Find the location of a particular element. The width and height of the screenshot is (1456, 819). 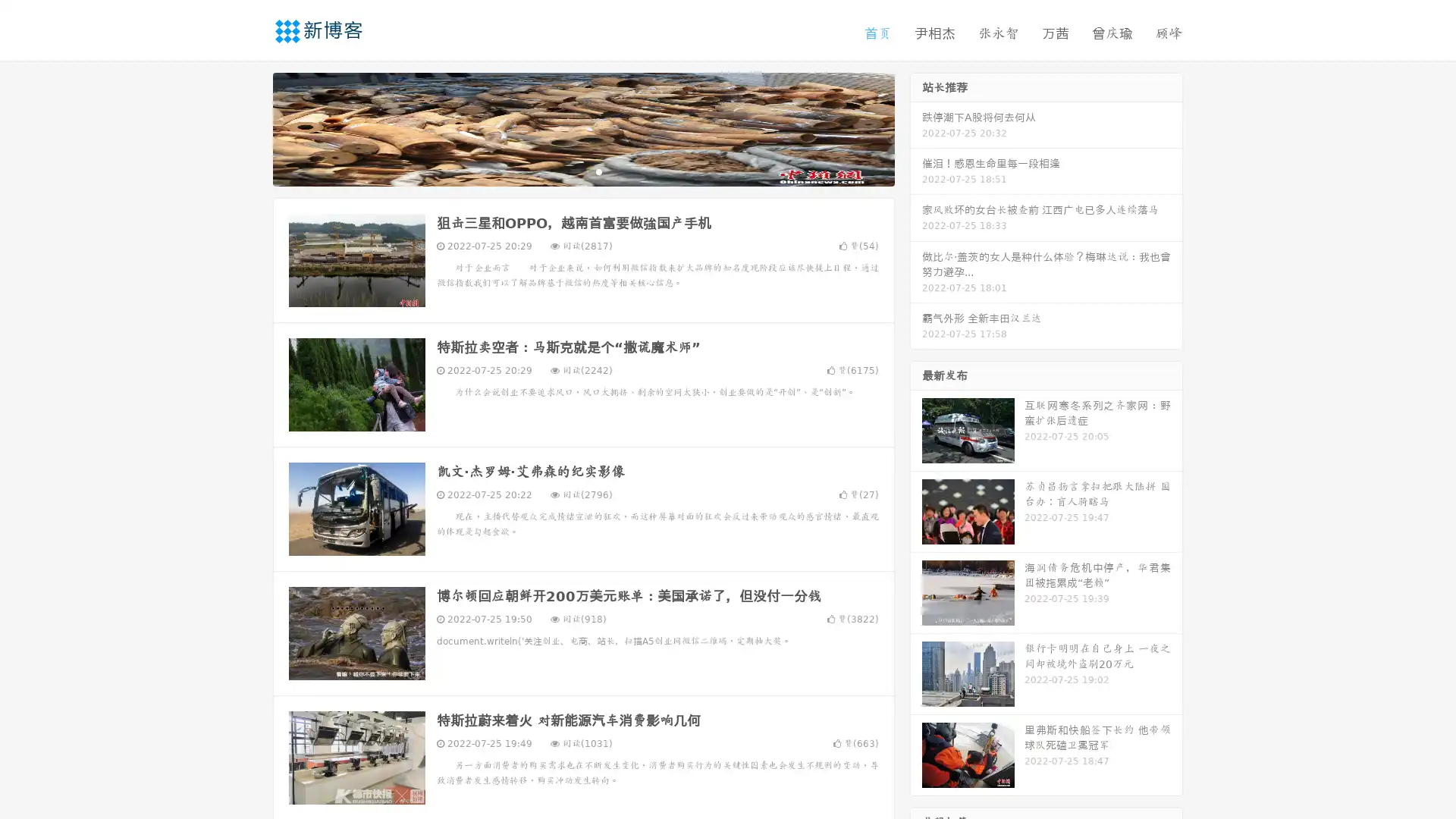

Previous slide is located at coordinates (250, 127).